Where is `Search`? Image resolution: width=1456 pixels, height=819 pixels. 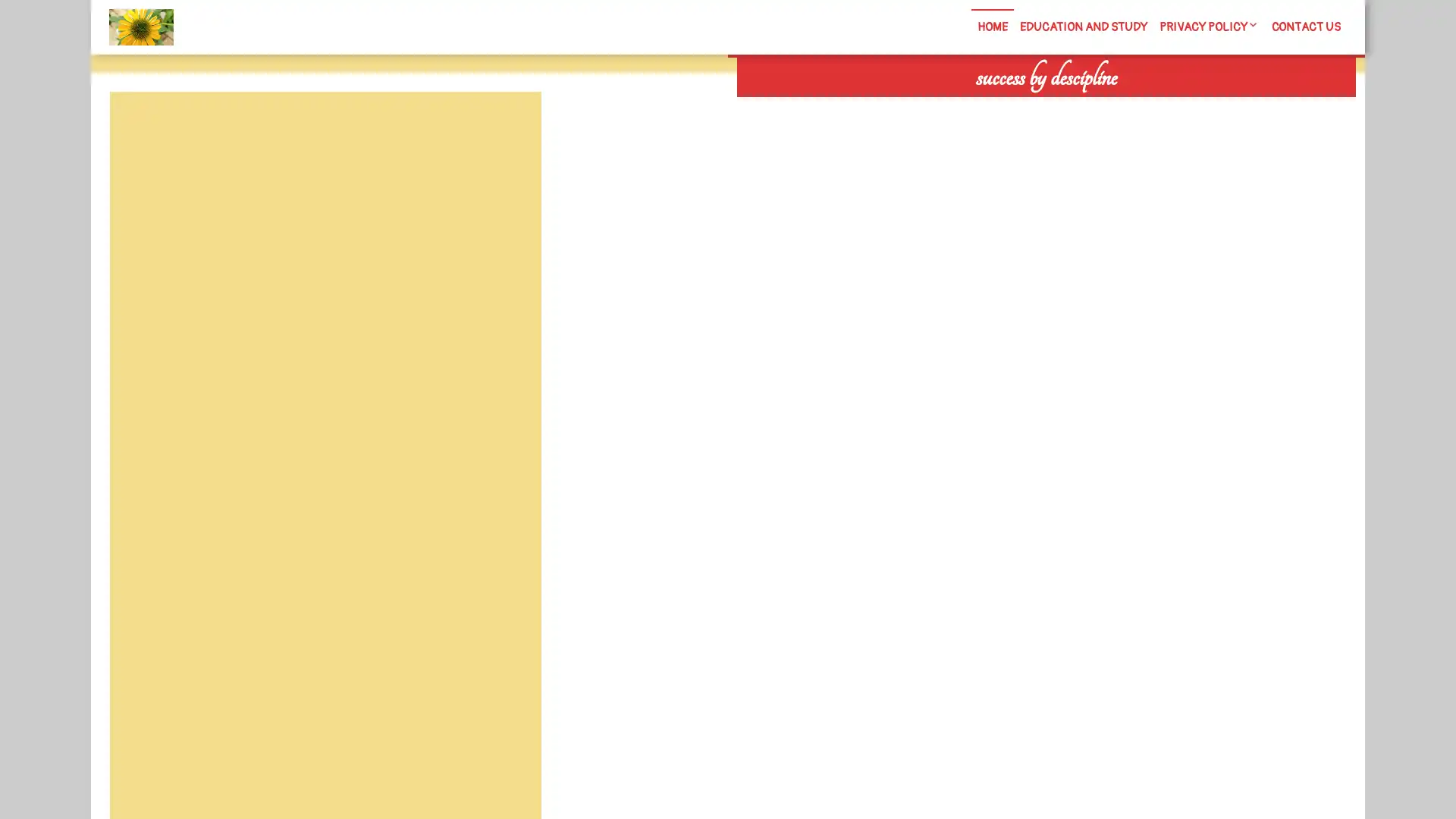 Search is located at coordinates (1181, 106).